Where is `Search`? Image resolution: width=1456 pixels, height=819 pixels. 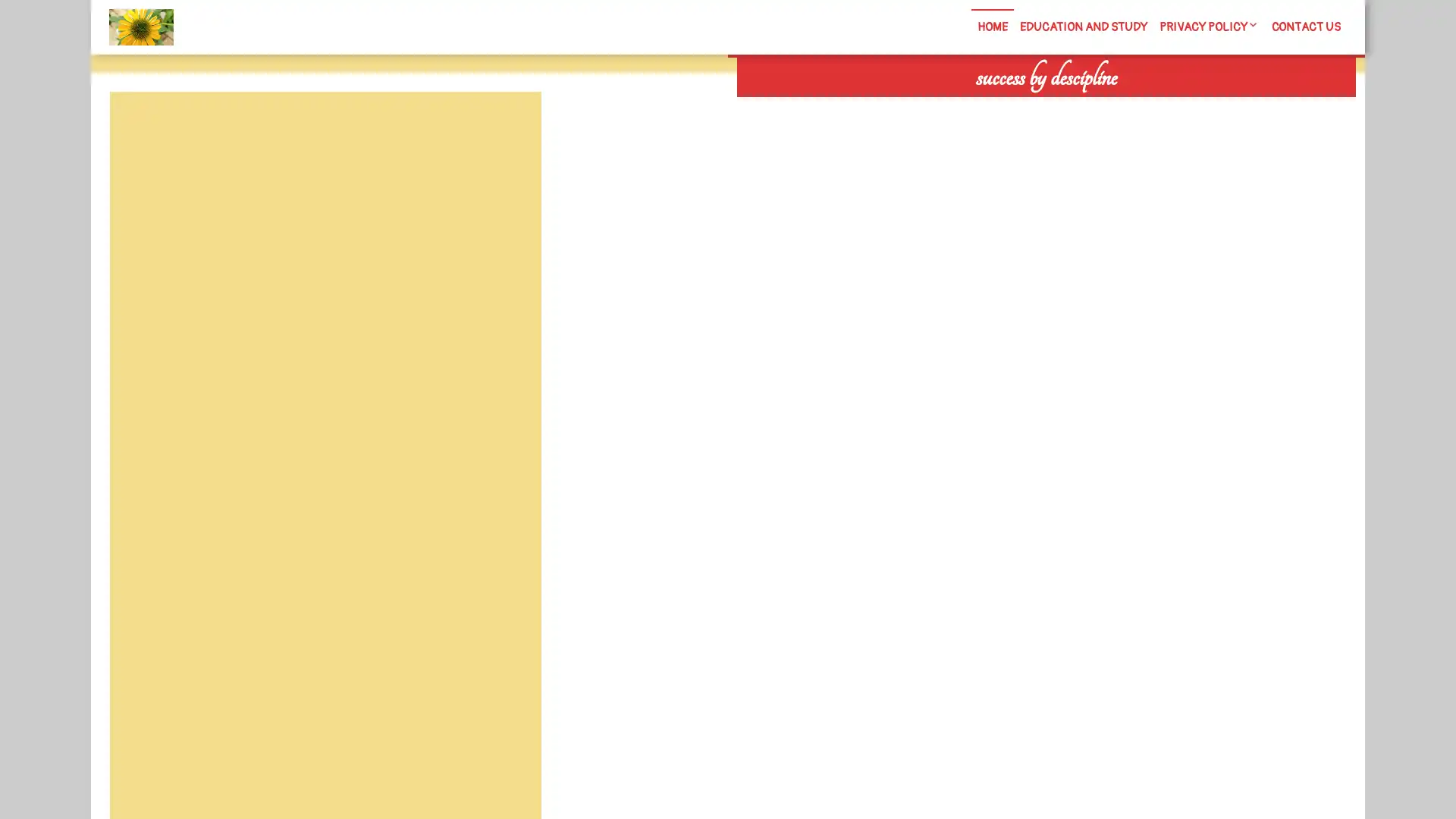 Search is located at coordinates (1181, 106).